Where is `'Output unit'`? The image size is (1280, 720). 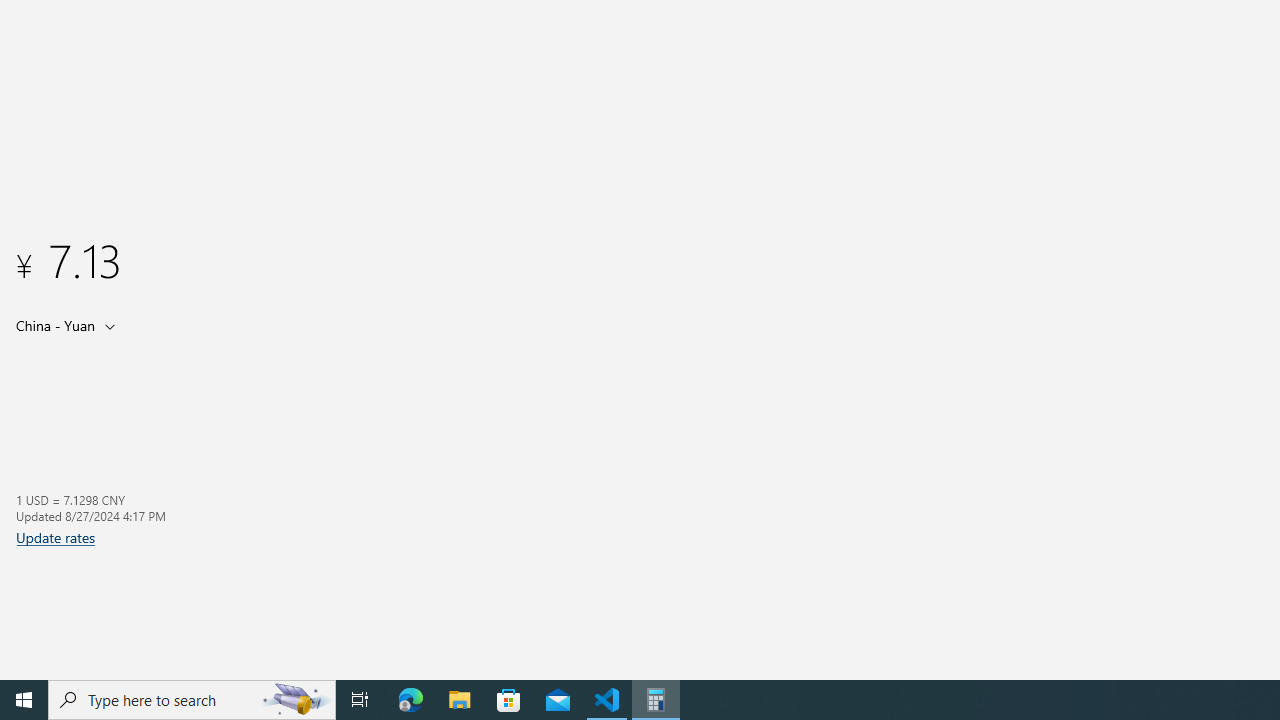 'Output unit' is located at coordinates (69, 324).